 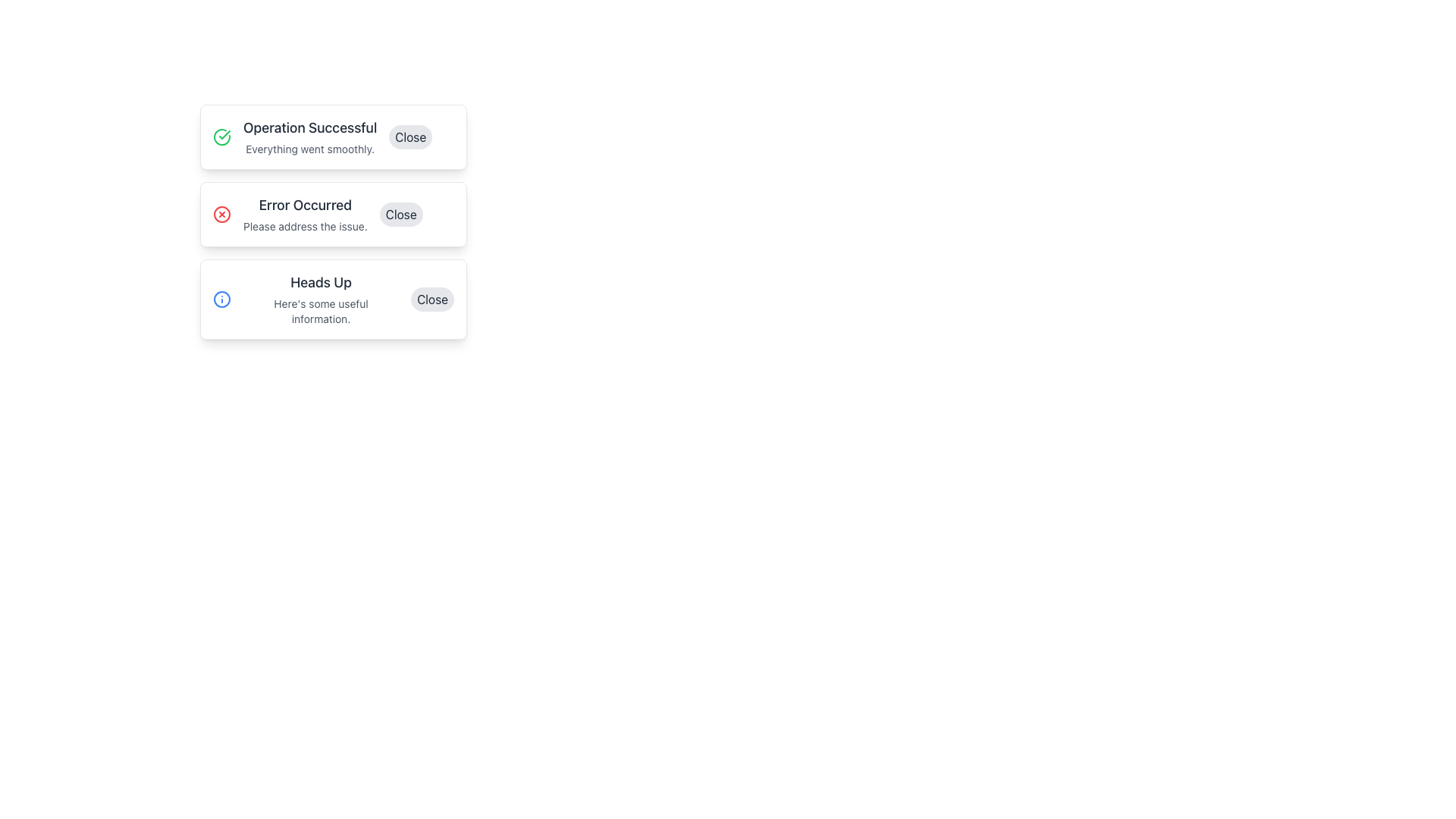 I want to click on the error or warning indicator icon located to the left of the text content in the middle notification card of the stacked error notification cards, so click(x=221, y=214).